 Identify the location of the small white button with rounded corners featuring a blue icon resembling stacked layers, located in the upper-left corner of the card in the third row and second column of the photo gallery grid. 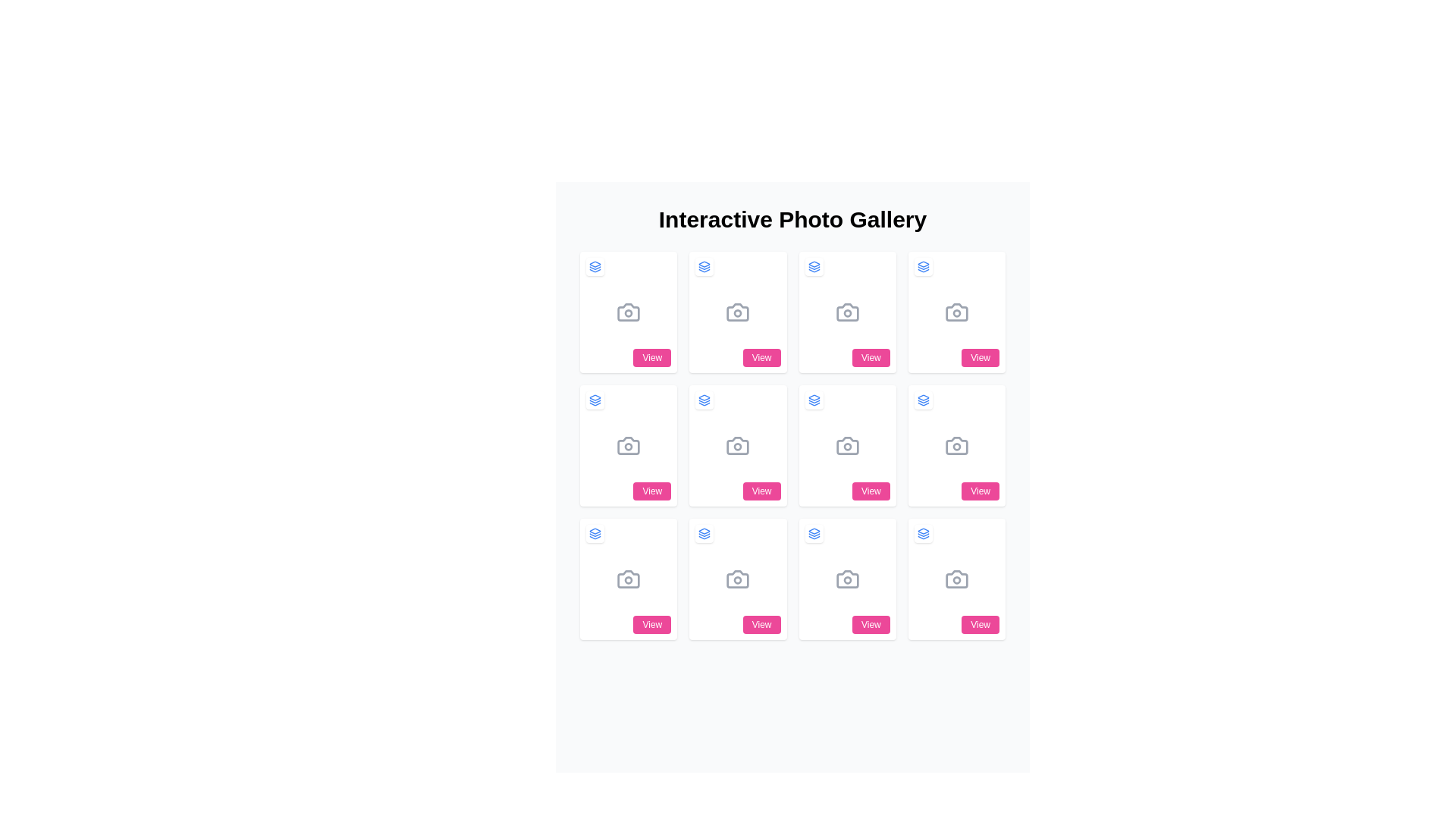
(704, 400).